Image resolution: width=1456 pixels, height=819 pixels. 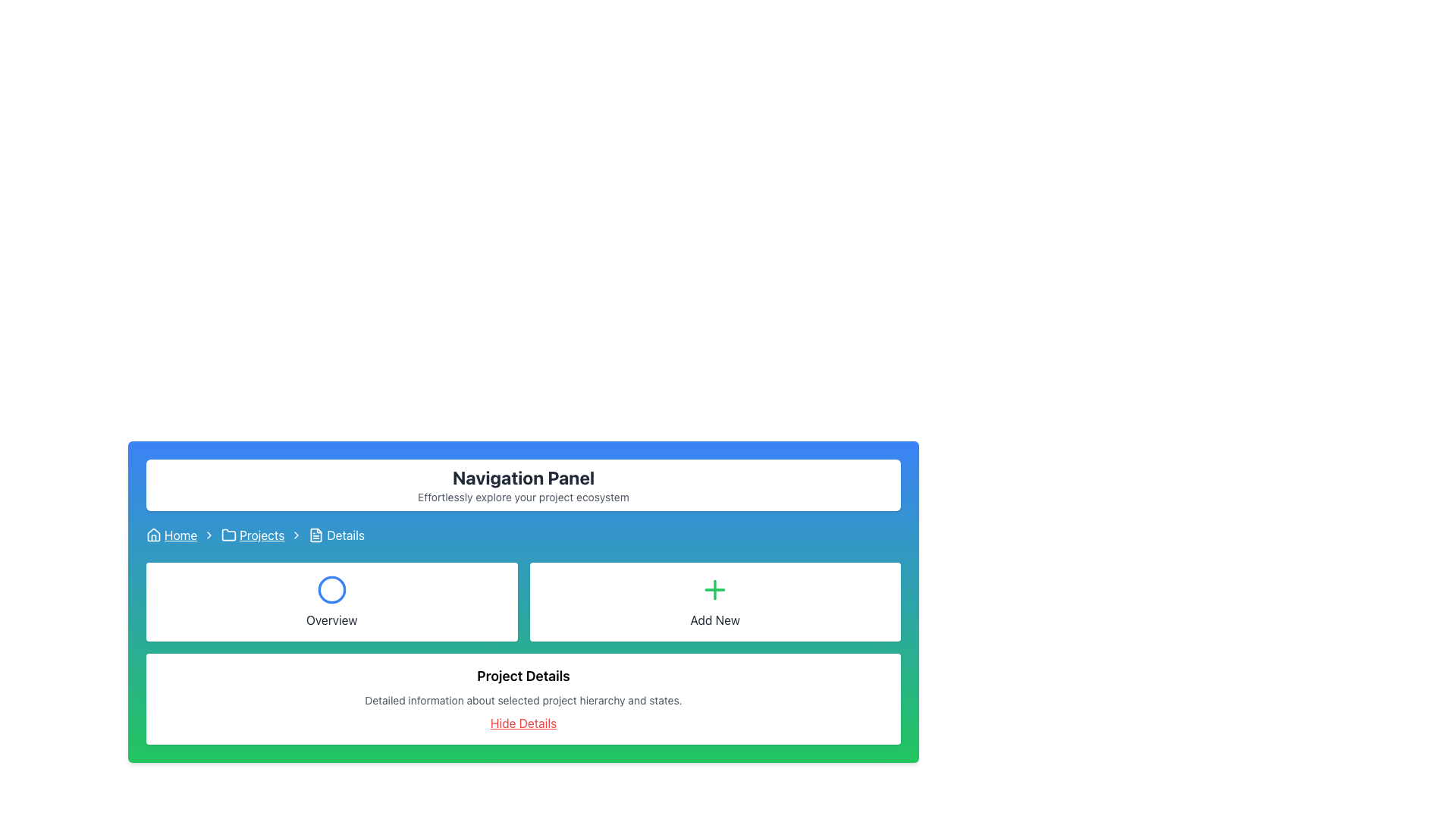 I want to click on the Chevron icon that serves as a breadcrumb separator between 'Home' and 'Projects' in the breadcrumb navigation bar, so click(x=209, y=534).